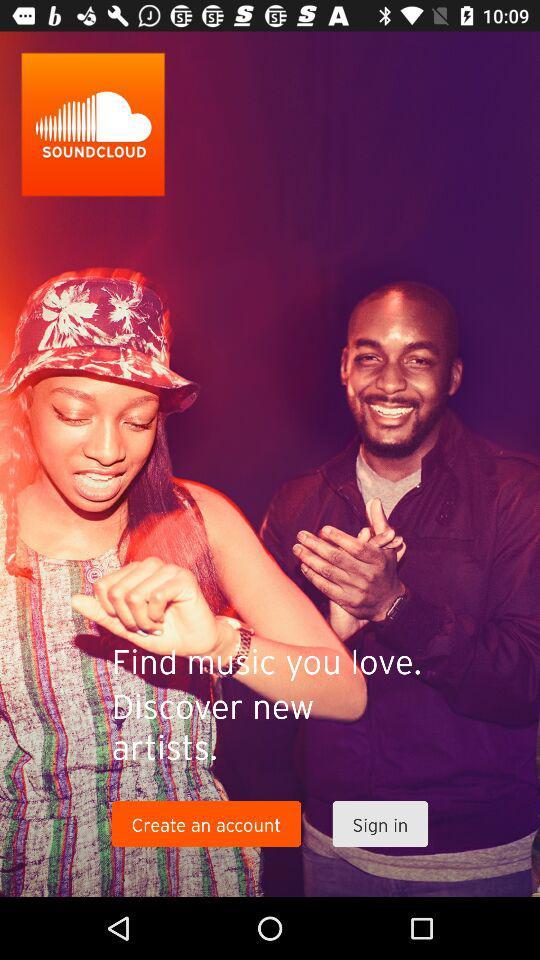 The width and height of the screenshot is (540, 960). Describe the element at coordinates (380, 824) in the screenshot. I see `the item at the bottom right corner` at that location.